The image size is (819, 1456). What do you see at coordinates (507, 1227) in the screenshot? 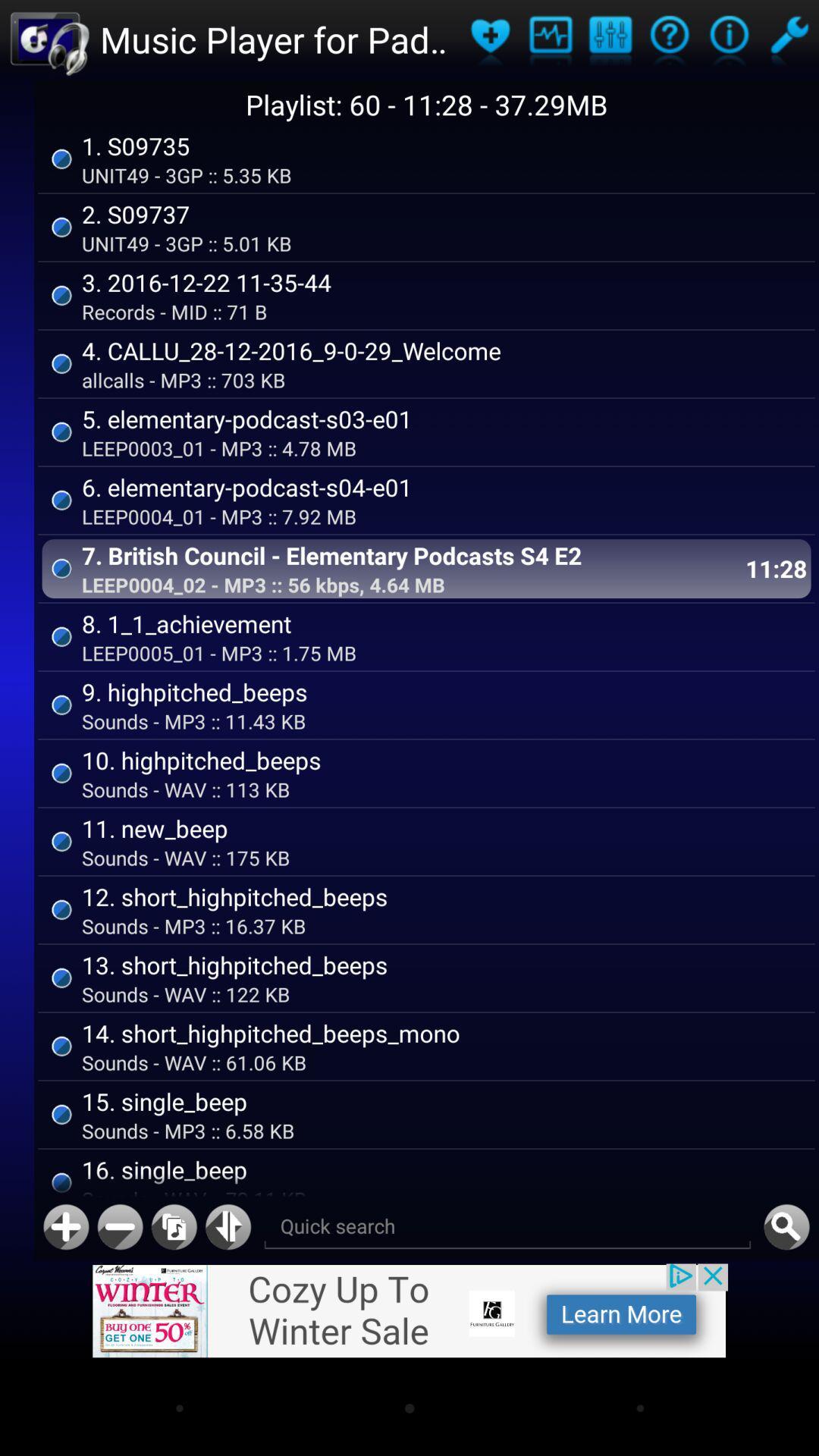
I see `search` at bounding box center [507, 1227].